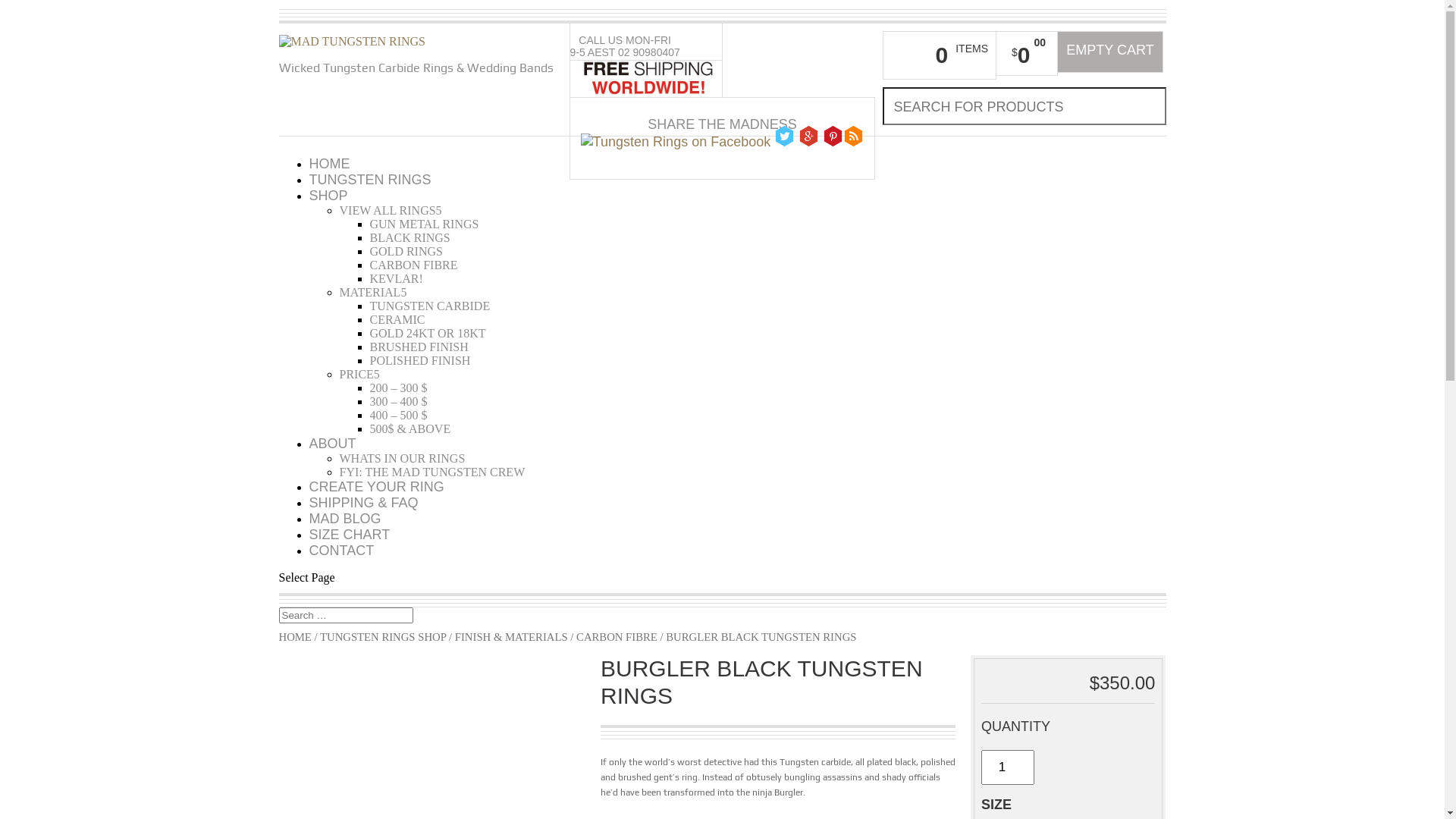 The width and height of the screenshot is (1456, 819). What do you see at coordinates (309, 503) in the screenshot?
I see `'SHIPPING & FAQ'` at bounding box center [309, 503].